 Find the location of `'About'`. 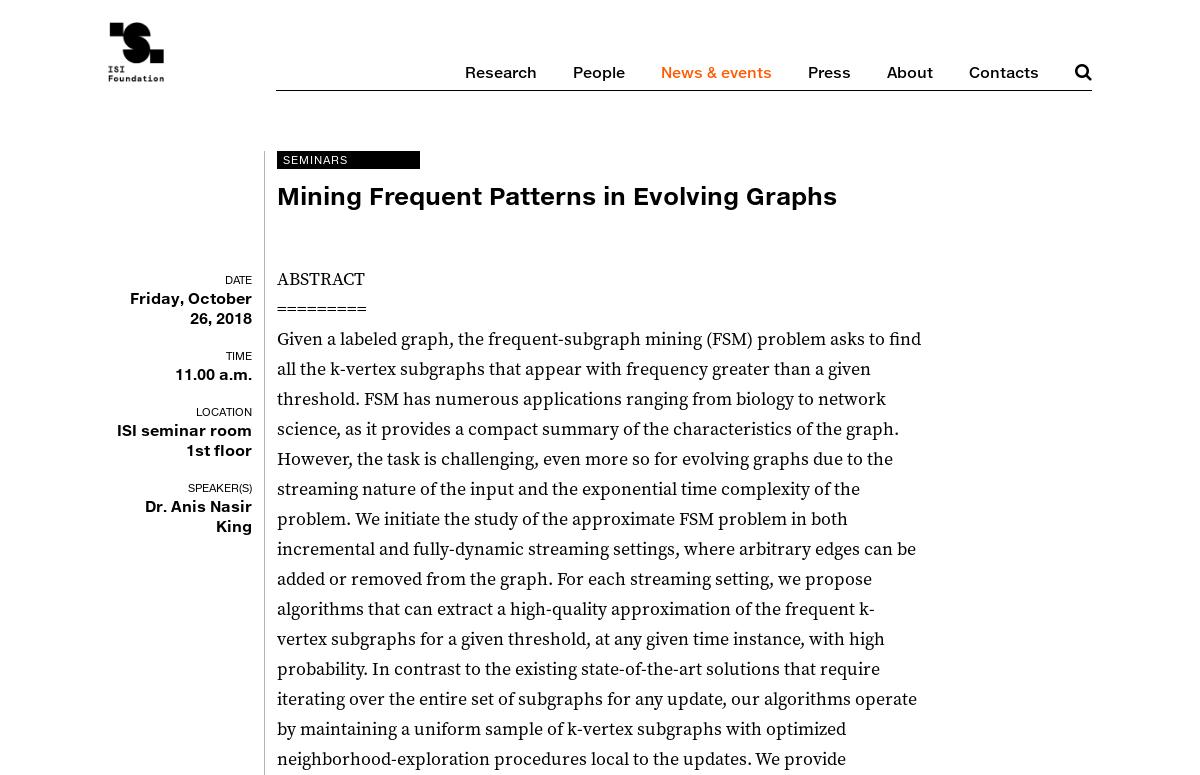

'About' is located at coordinates (908, 70).